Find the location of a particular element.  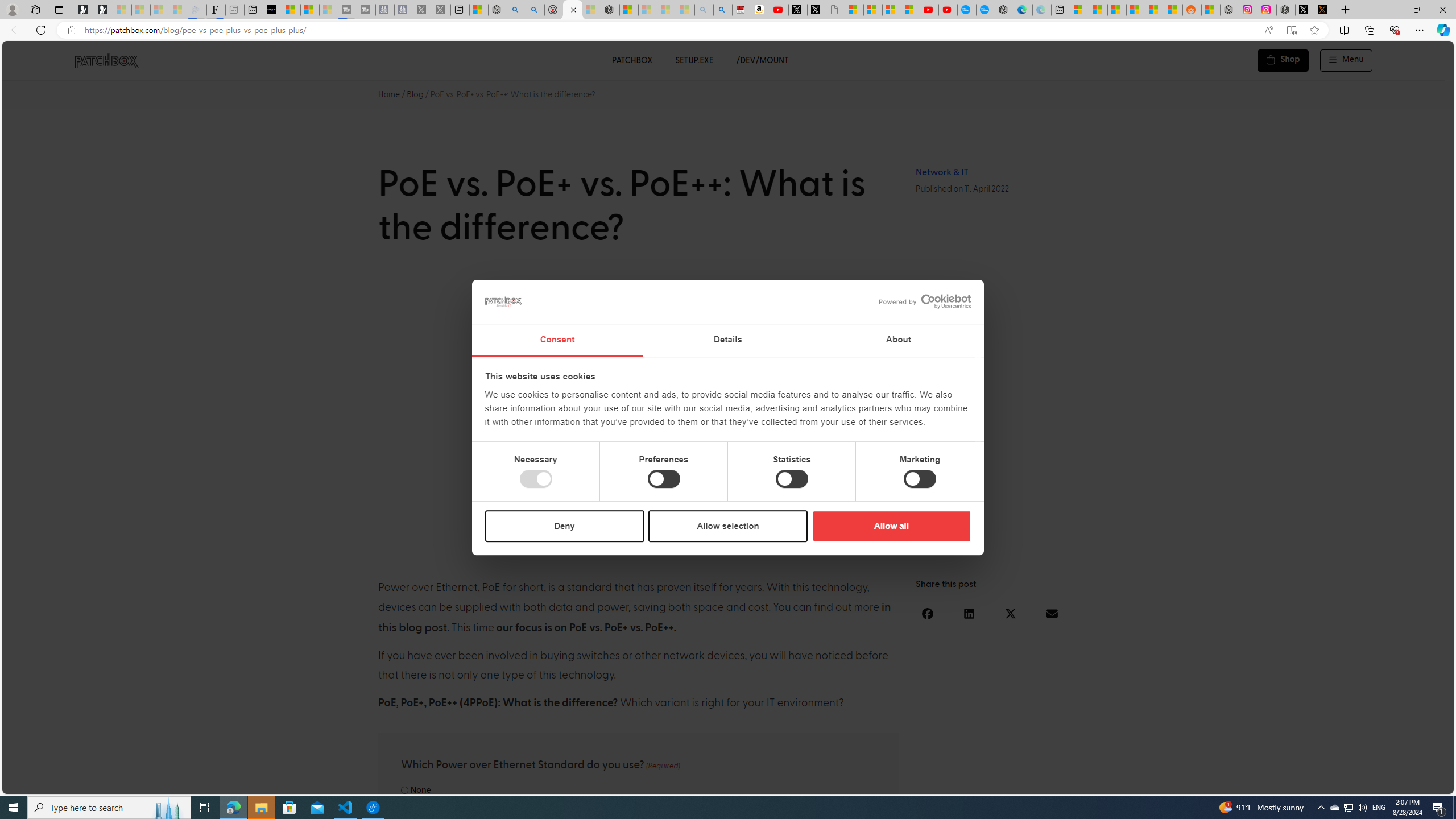

'Language switcher : Czech' is located at coordinates (1413, 783).